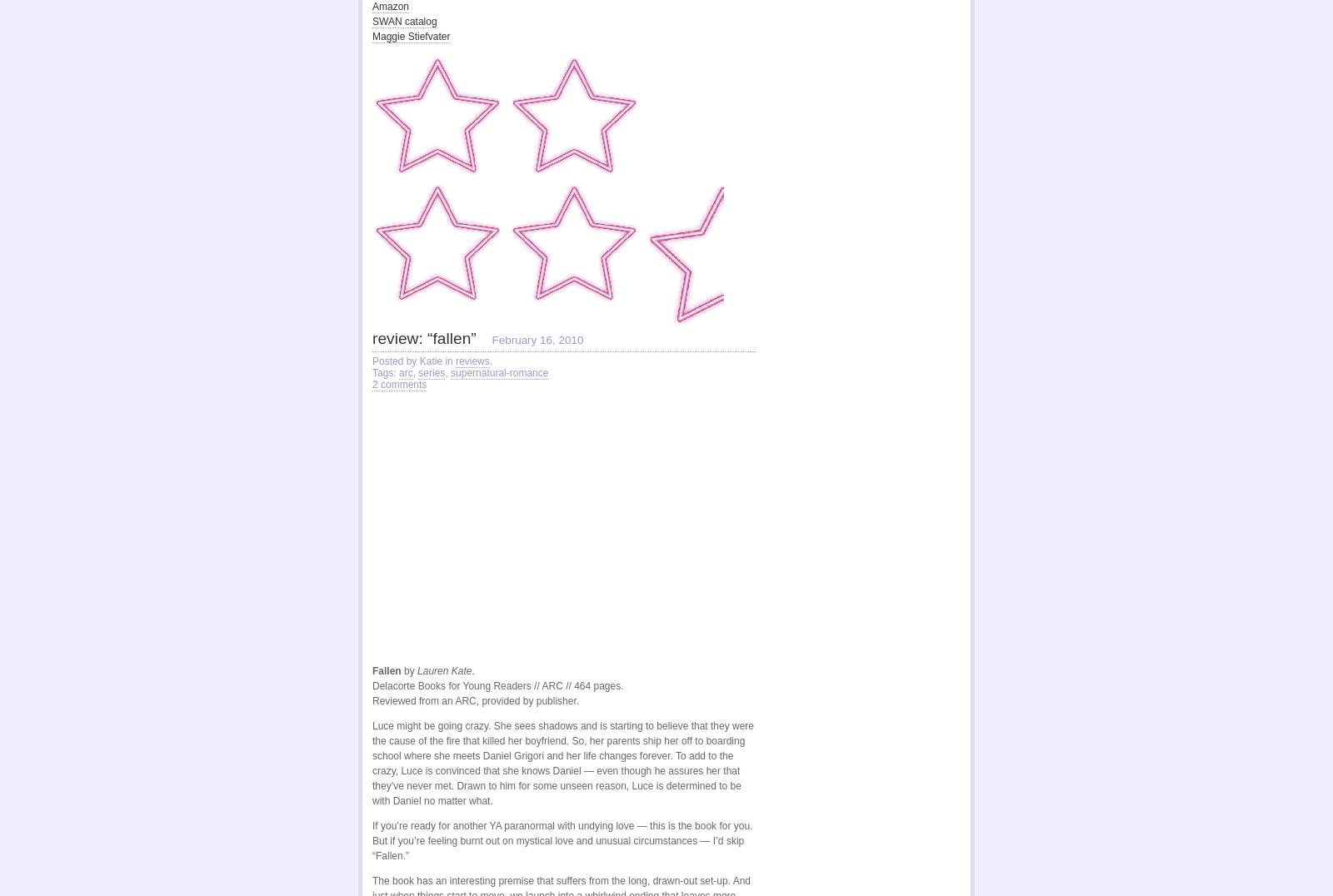 The image size is (1333, 896). I want to click on 'reviews', so click(472, 357).